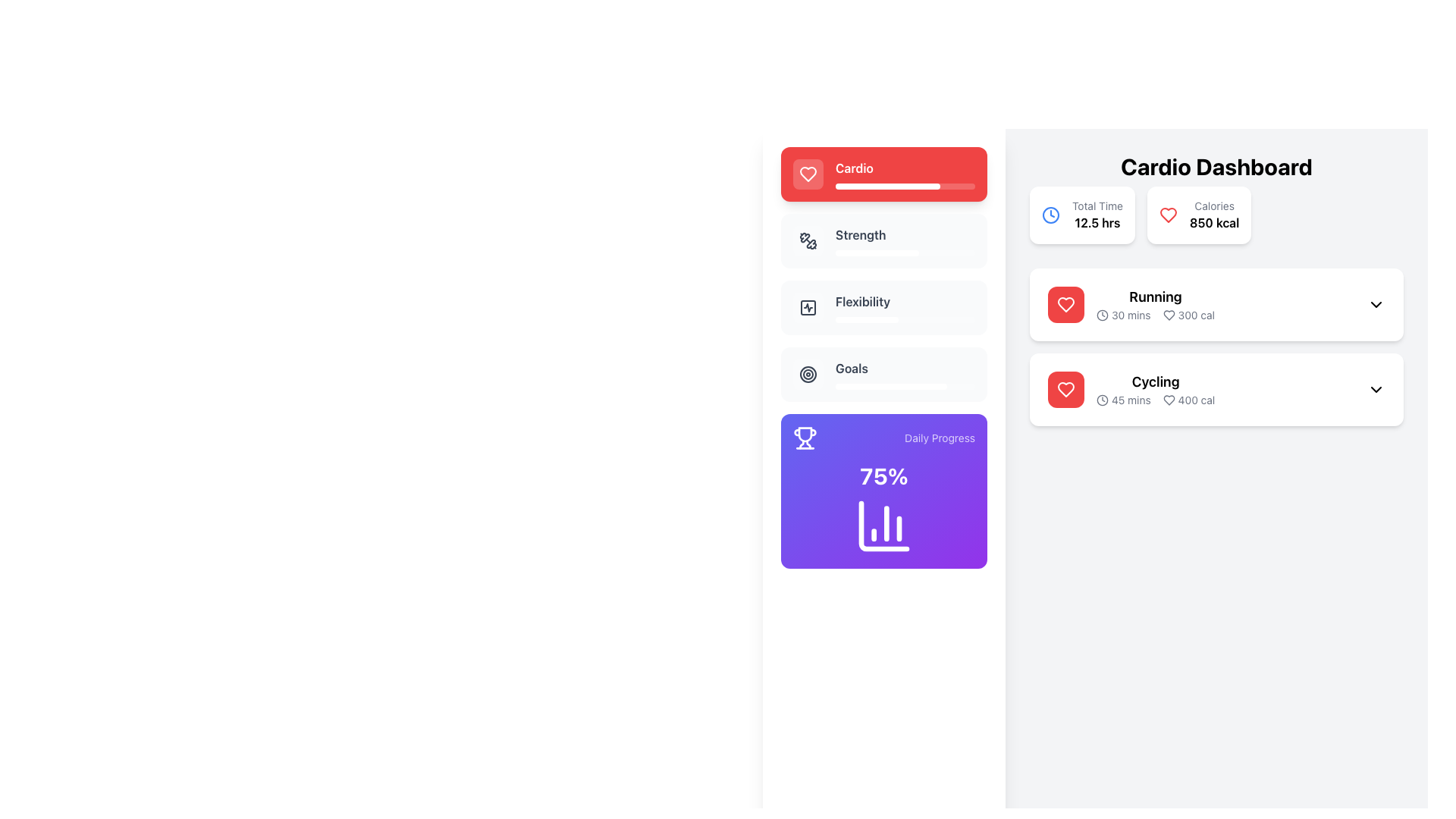  What do you see at coordinates (1065, 388) in the screenshot?
I see `the icon button that indicates a liked or favorited activity, located to the left of the text 'Cycling 45 mins 400 cal' in the Cardio Dashboard section` at bounding box center [1065, 388].